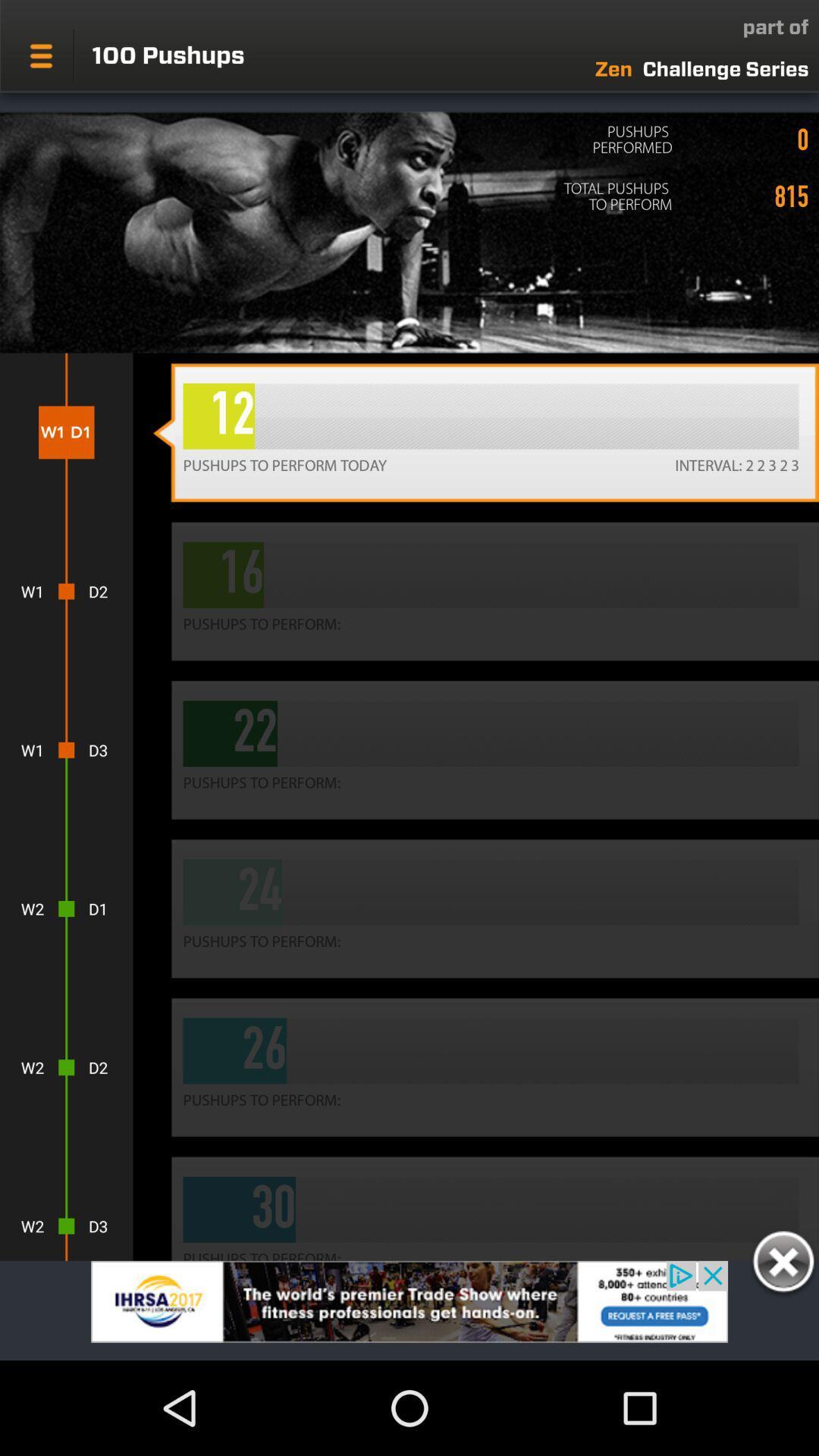 Image resolution: width=819 pixels, height=1456 pixels. Describe the element at coordinates (409, 1310) in the screenshot. I see `advertisement page` at that location.